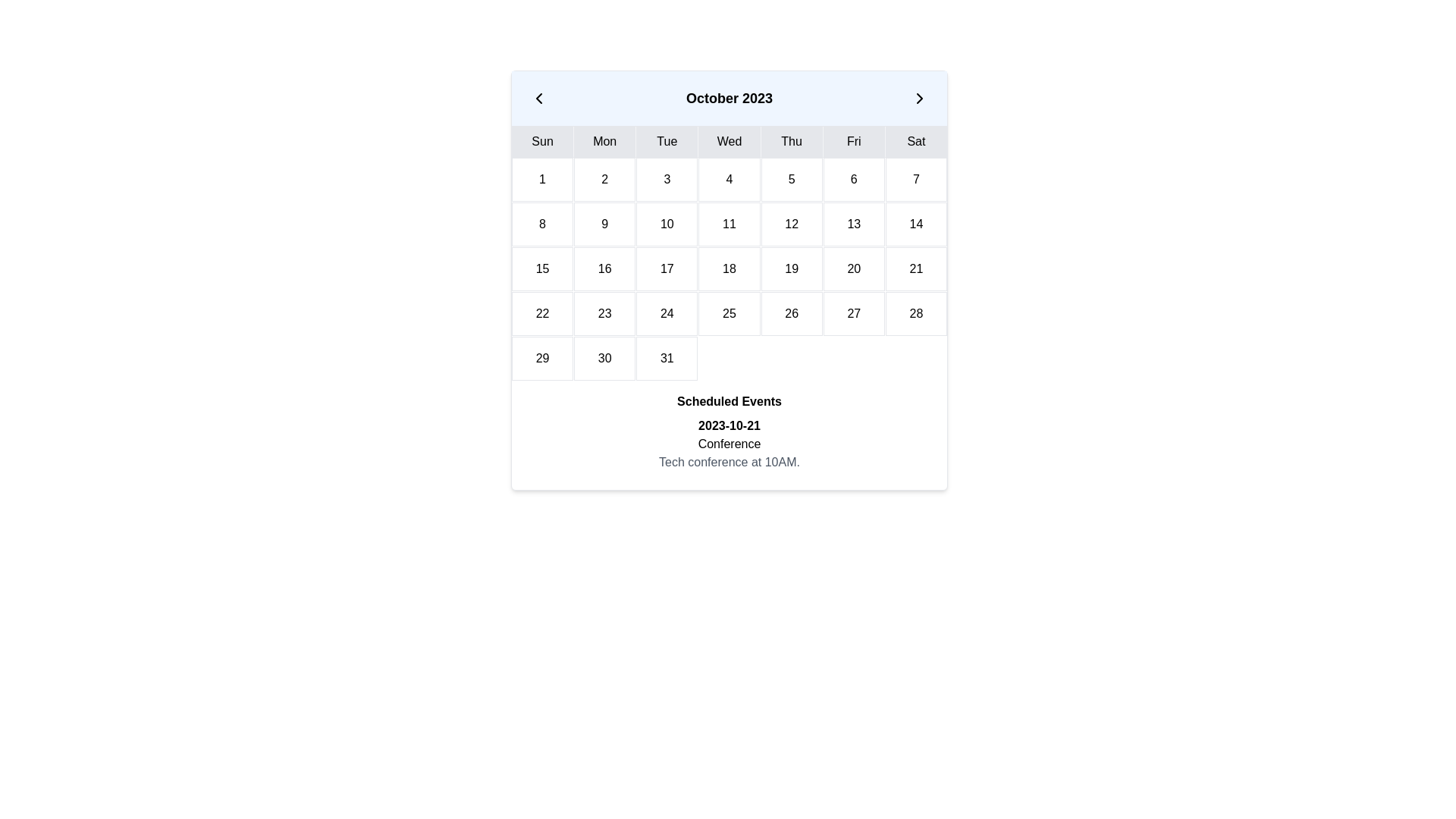  Describe the element at coordinates (729, 444) in the screenshot. I see `the composite text display area showing '2023-10-21', 'Conference', and 'Tech conference at 10AM.'` at that location.